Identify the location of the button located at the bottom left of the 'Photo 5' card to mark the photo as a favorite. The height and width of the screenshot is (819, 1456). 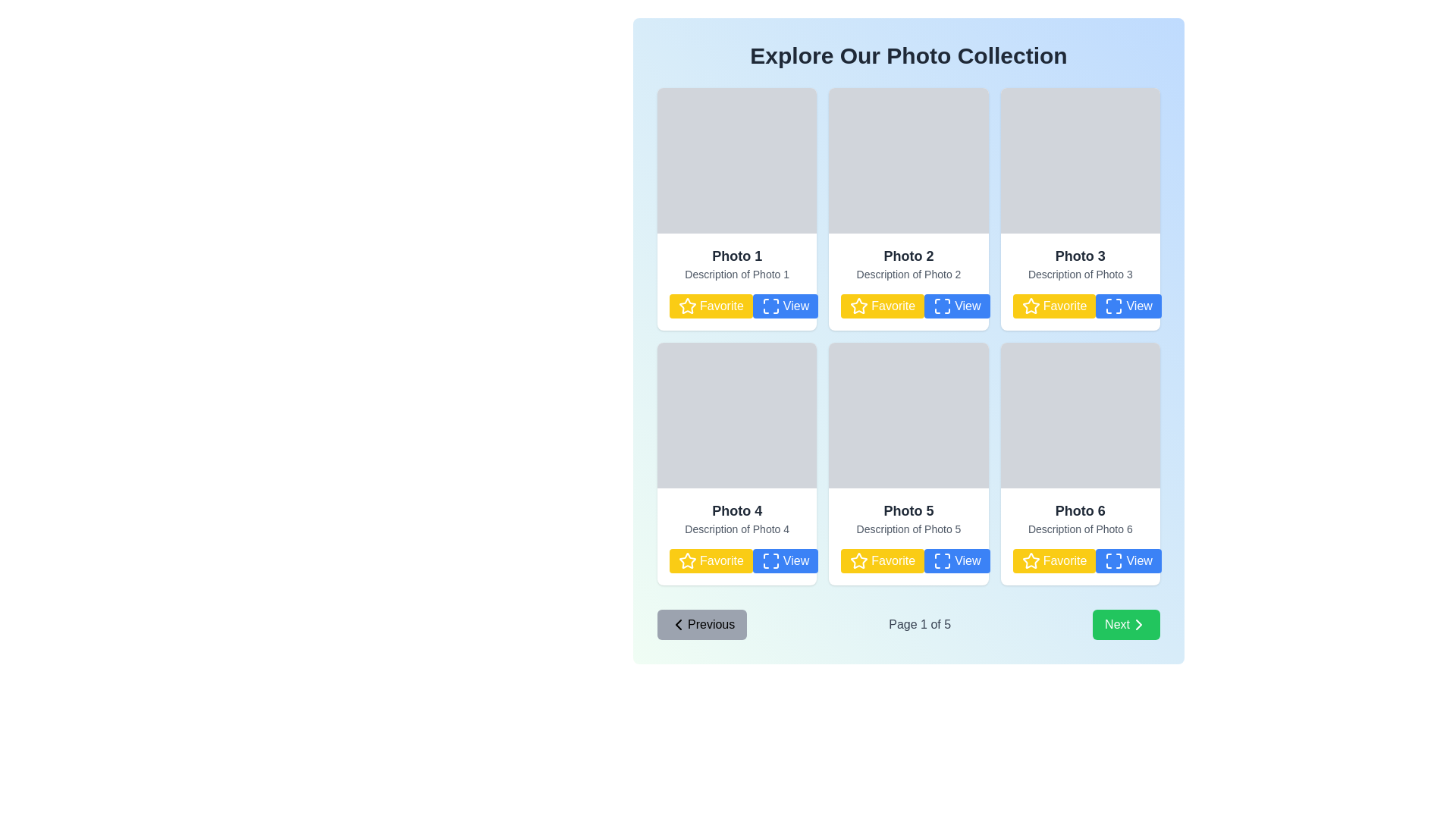
(908, 561).